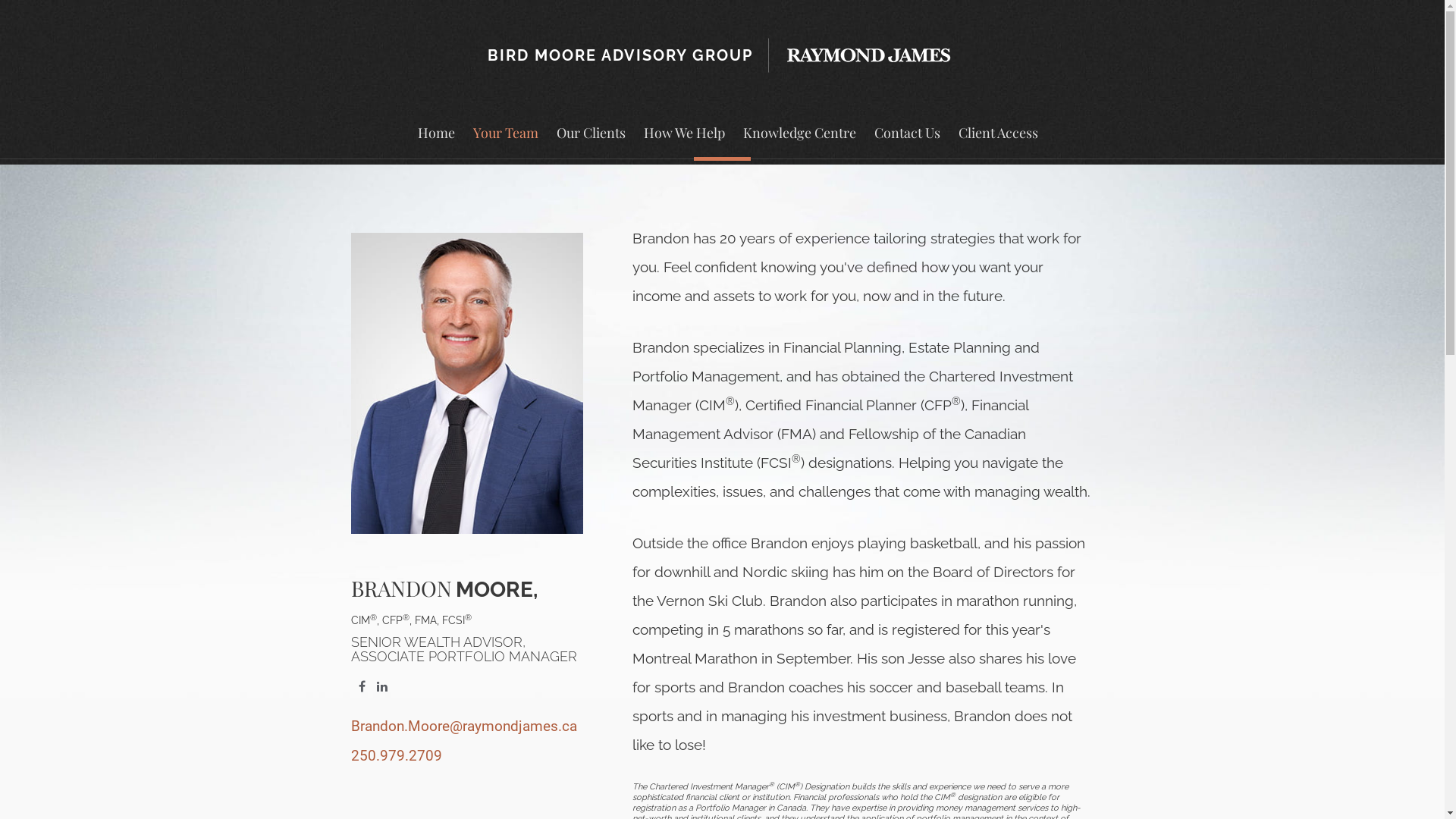  Describe the element at coordinates (997, 143) in the screenshot. I see `'Client Access'` at that location.